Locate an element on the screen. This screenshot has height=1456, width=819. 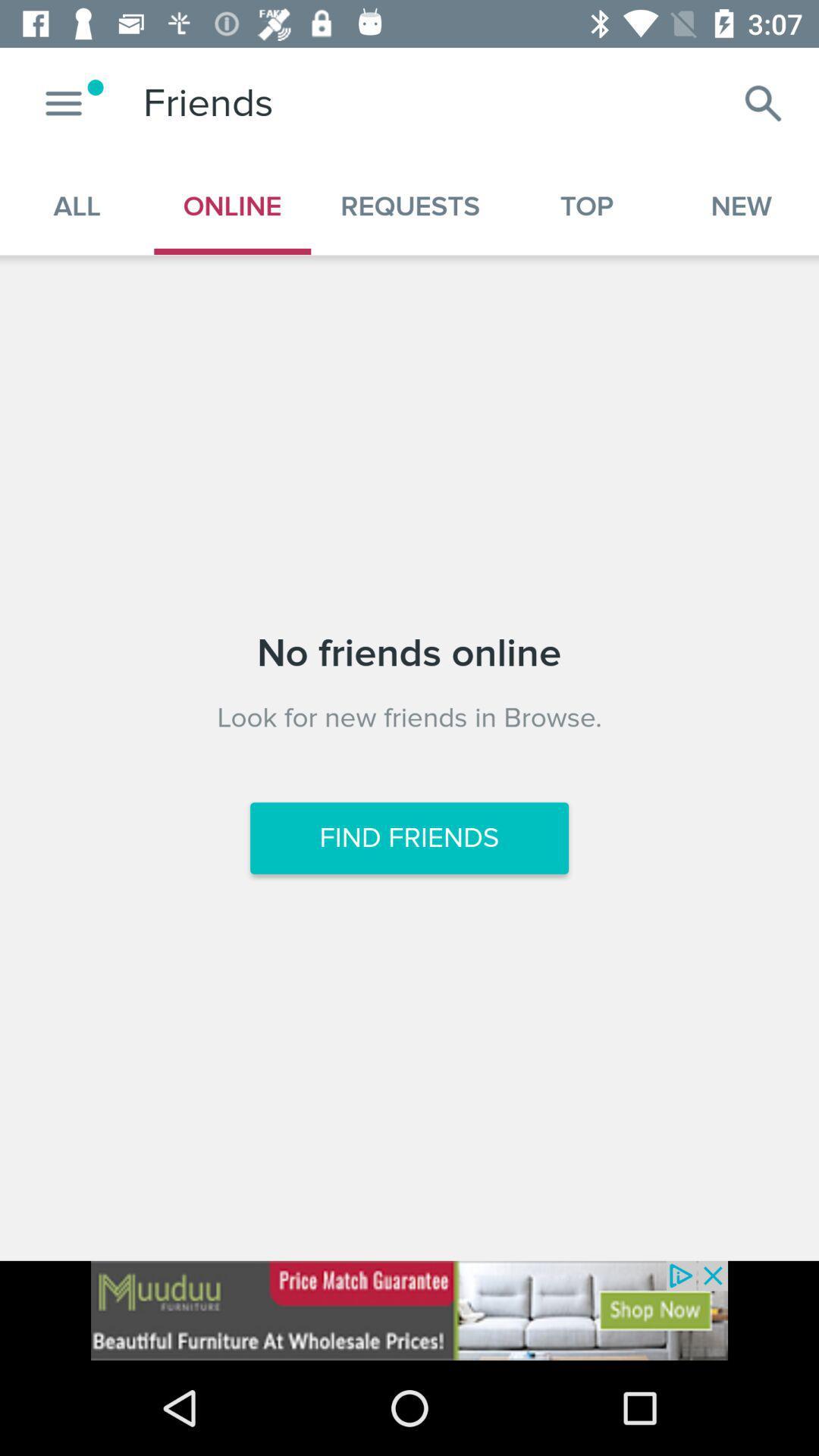
friends online is located at coordinates (409, 1310).